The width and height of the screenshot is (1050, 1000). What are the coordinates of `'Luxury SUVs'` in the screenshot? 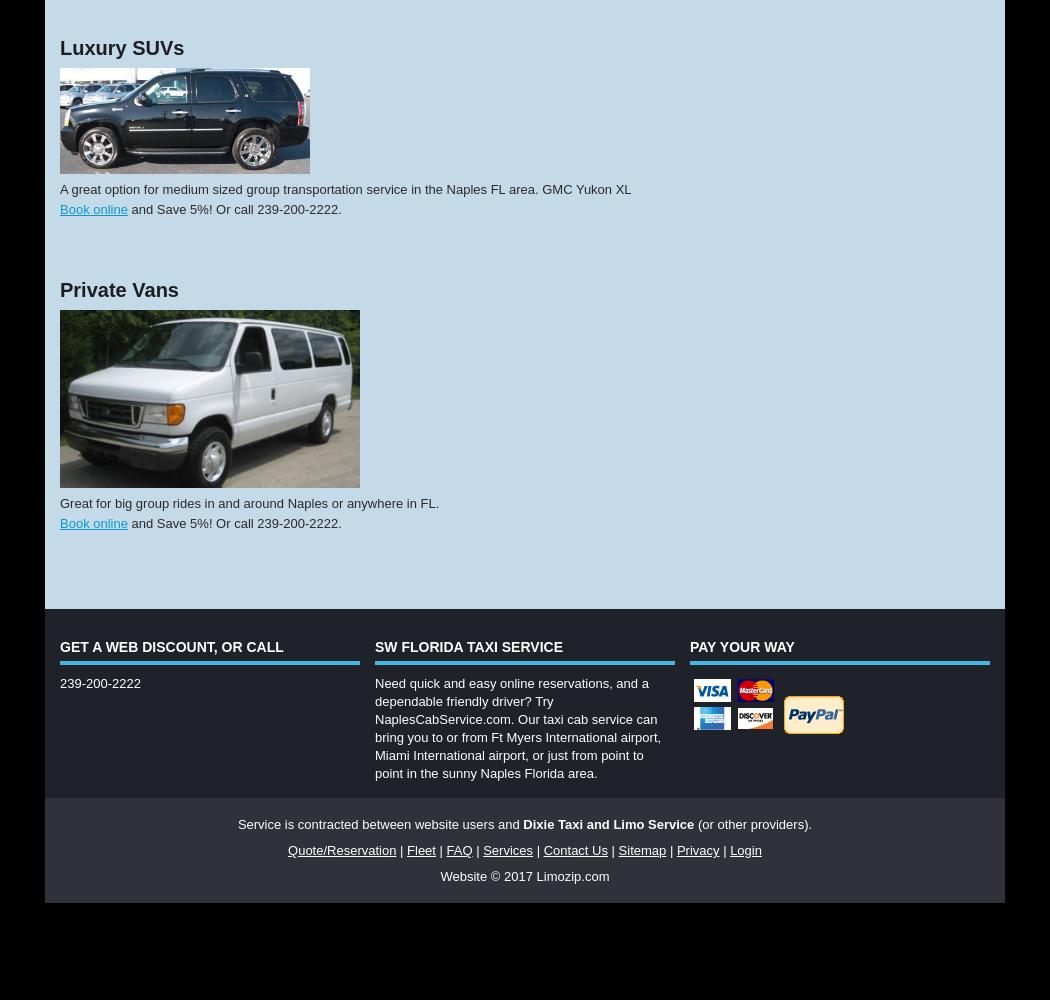 It's located at (58, 47).